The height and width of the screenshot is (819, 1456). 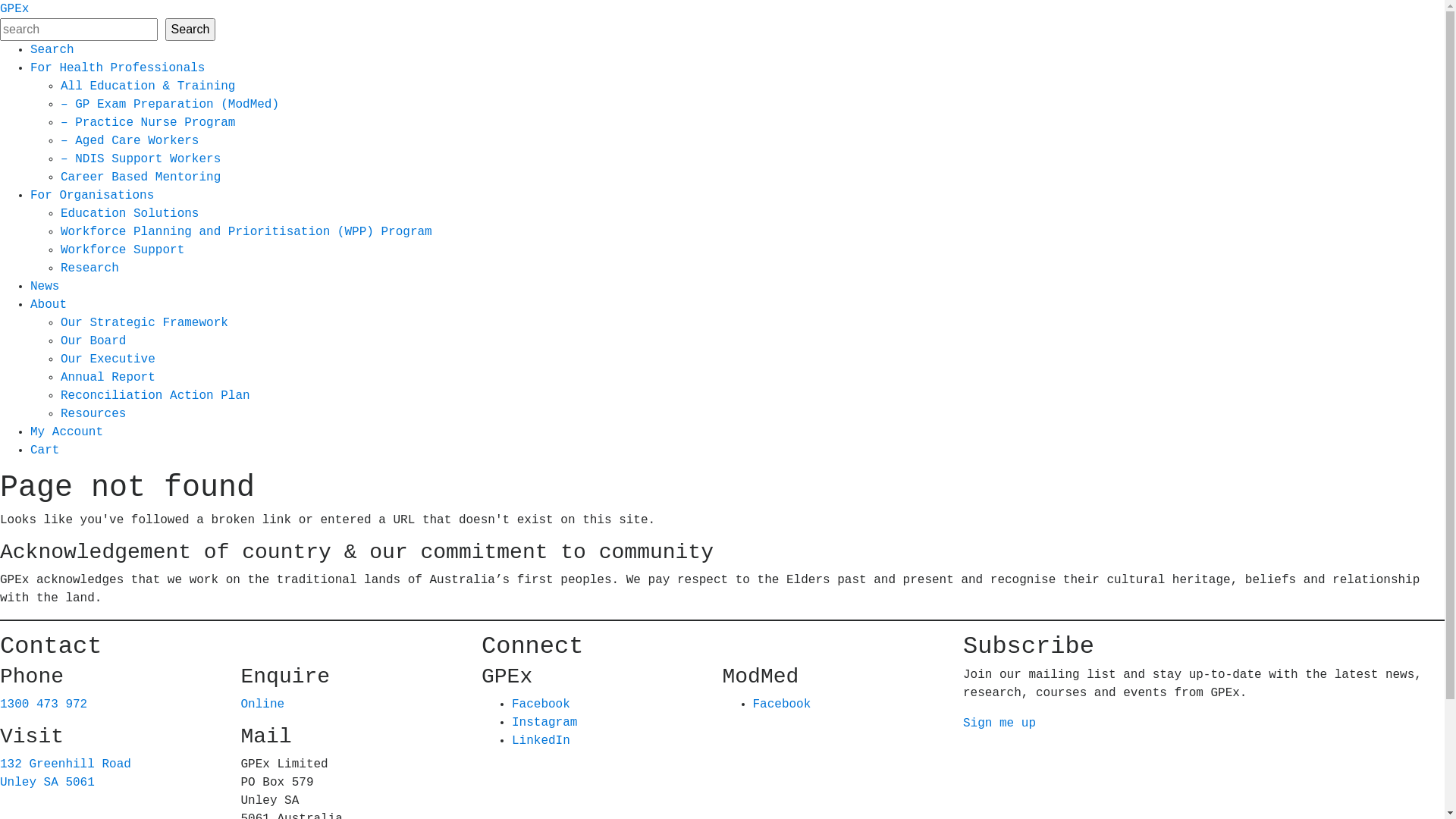 I want to click on 'LinkedIn', so click(x=541, y=739).